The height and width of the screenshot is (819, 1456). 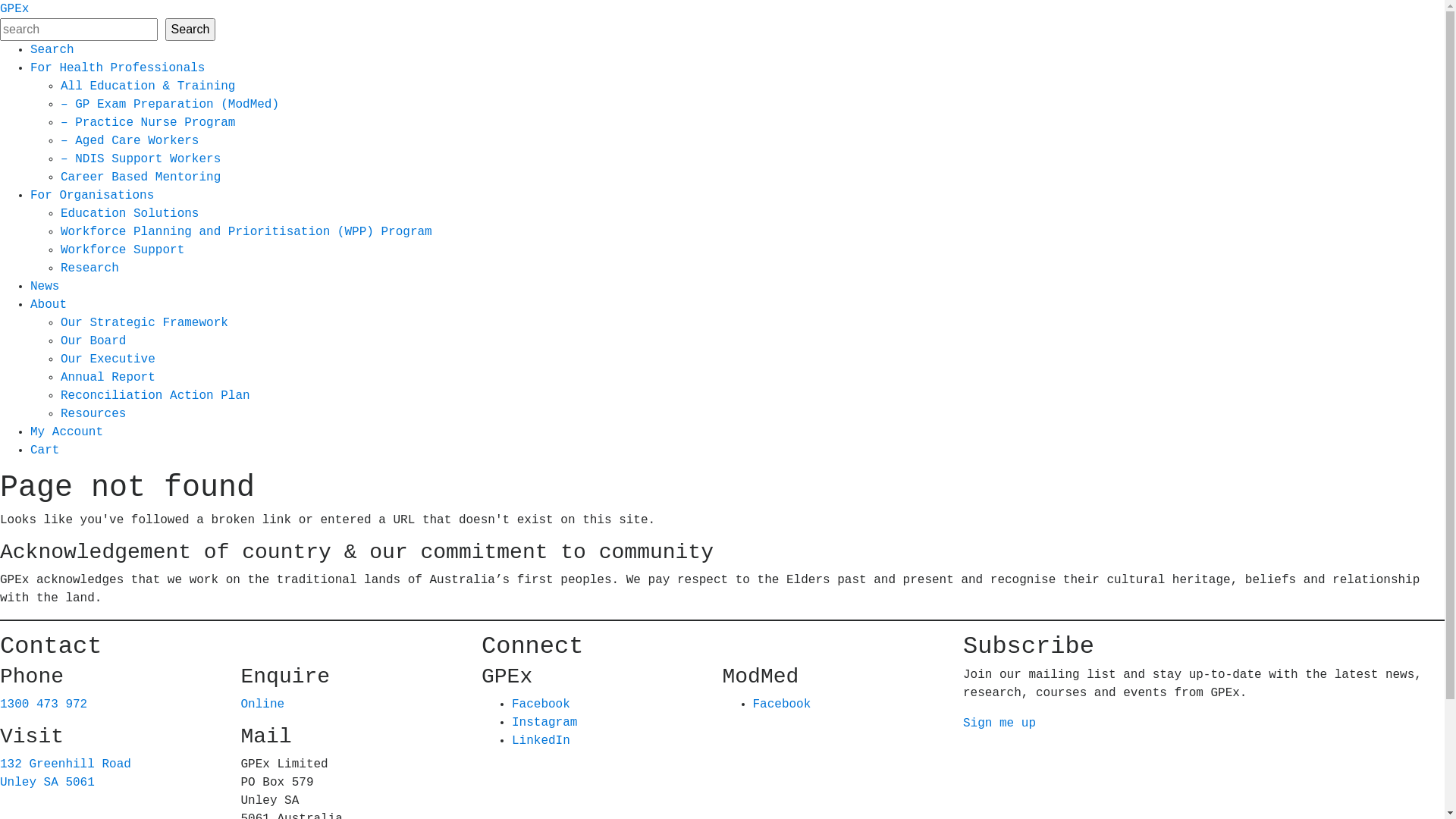 I want to click on 'LinkedIn', so click(x=541, y=739).